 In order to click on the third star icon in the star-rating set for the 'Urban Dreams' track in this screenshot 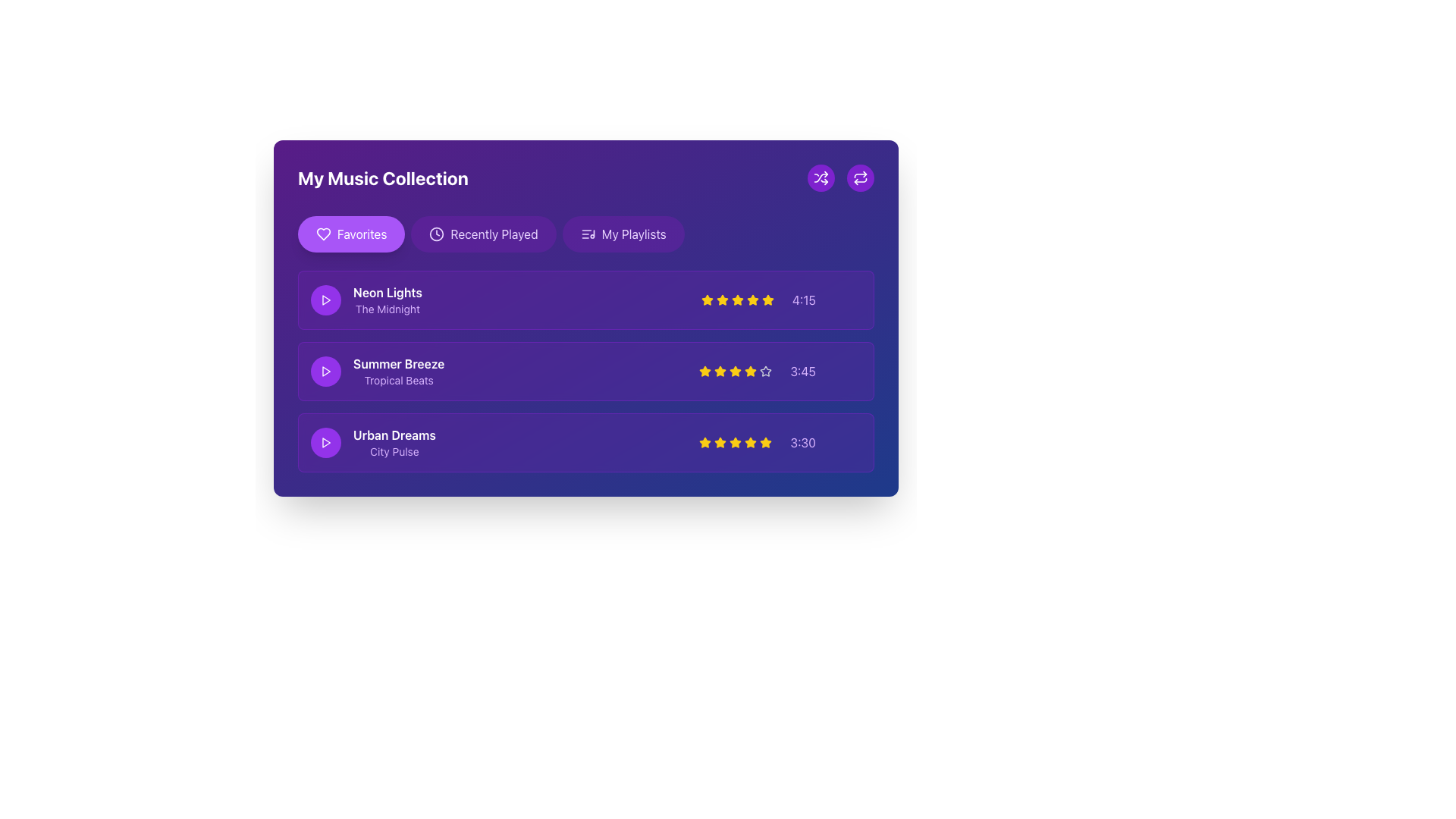, I will do `click(736, 442)`.